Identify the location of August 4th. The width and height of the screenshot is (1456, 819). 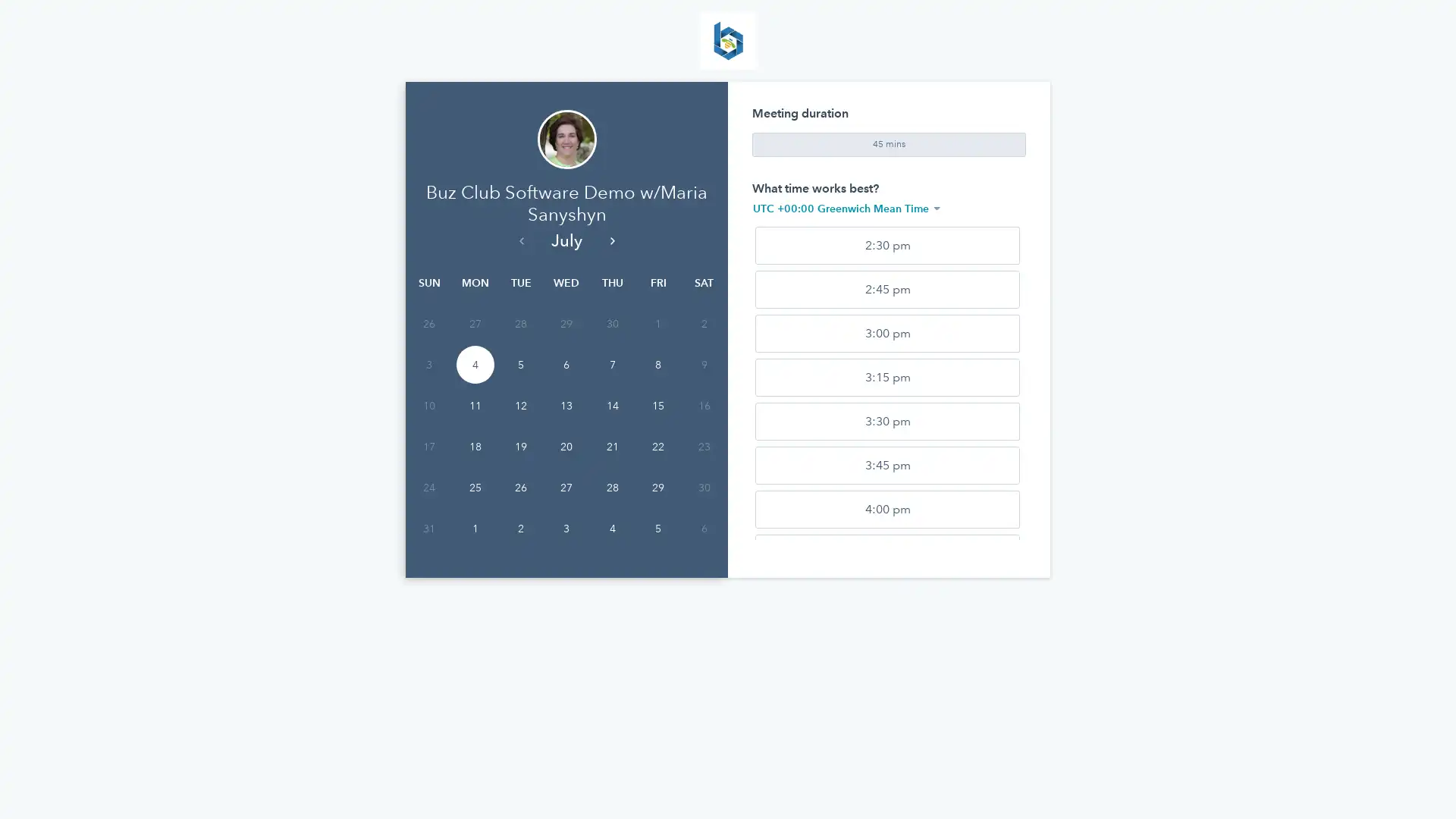
(611, 528).